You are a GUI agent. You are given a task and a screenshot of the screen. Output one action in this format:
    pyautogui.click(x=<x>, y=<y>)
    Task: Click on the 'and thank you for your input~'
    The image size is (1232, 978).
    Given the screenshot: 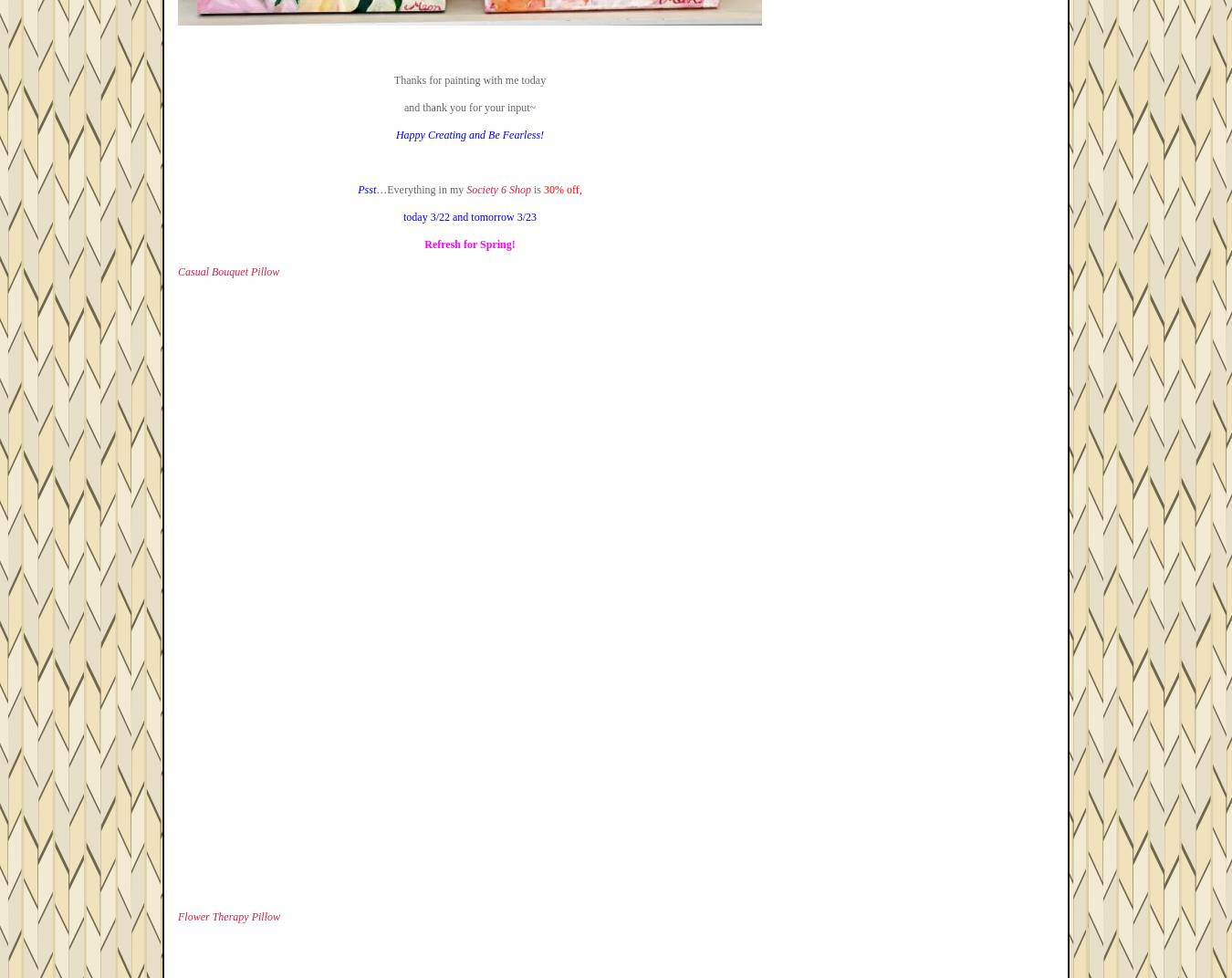 What is the action you would take?
    pyautogui.click(x=468, y=108)
    